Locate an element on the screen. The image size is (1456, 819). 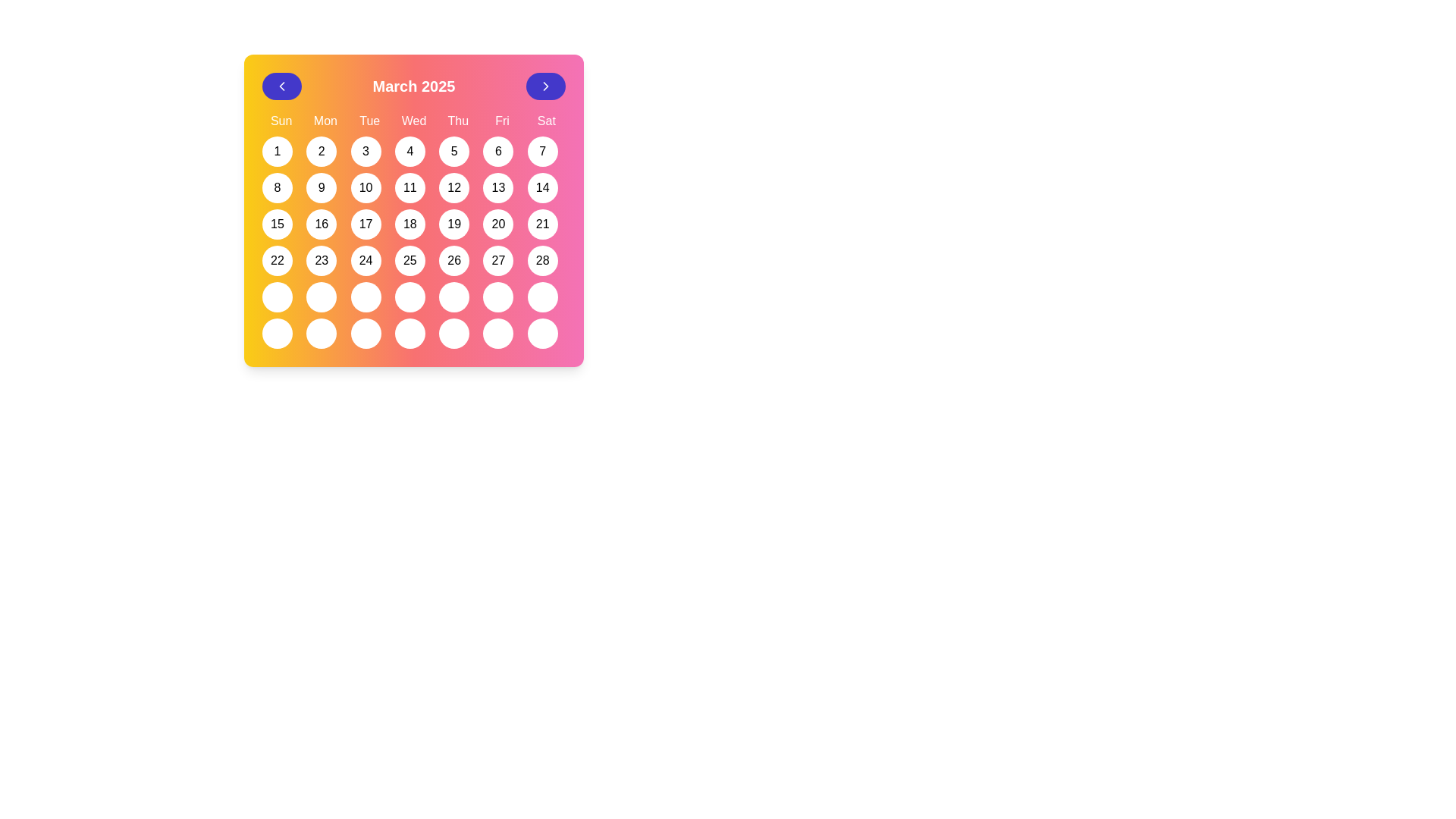
the selectable day slot button in the calendar interface located in the seventh column and sixth row of the grid is located at coordinates (498, 332).